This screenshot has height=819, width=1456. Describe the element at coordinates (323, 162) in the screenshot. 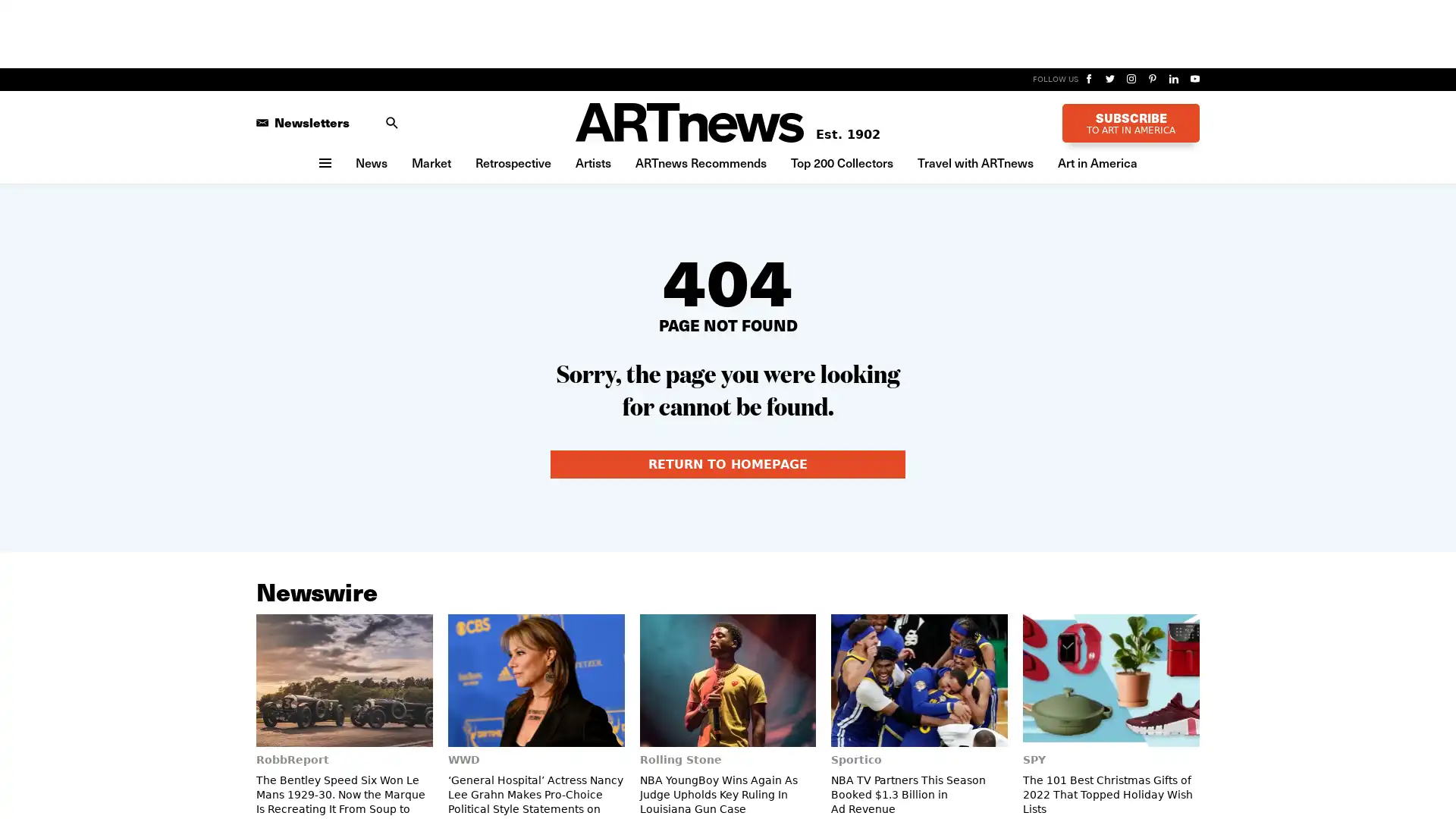

I see `Plus Icon Click to expand the Mega Menu` at that location.